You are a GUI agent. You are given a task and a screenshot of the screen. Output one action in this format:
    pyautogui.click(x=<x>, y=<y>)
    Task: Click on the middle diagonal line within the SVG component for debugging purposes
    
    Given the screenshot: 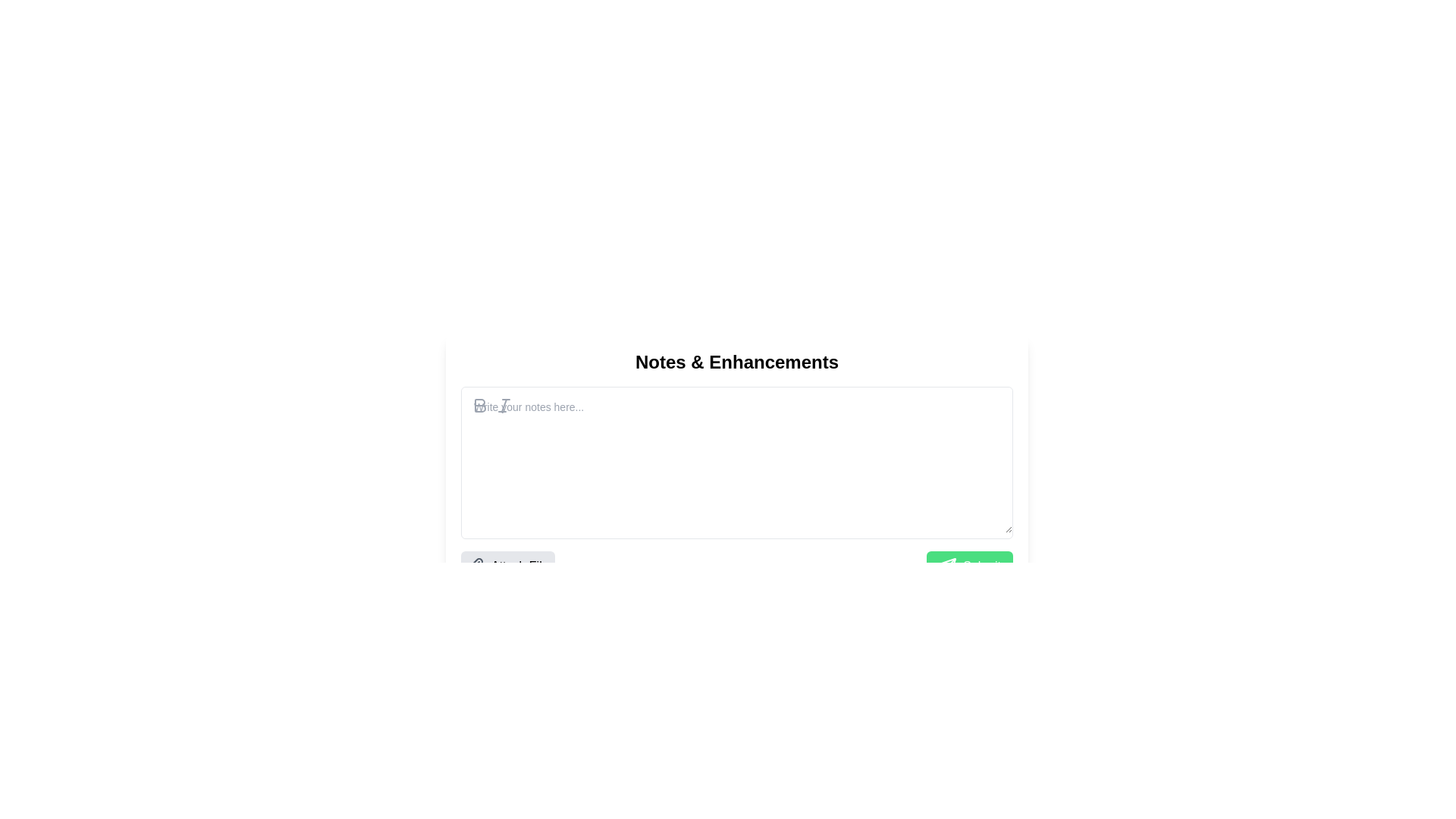 What is the action you would take?
    pyautogui.click(x=504, y=405)
    